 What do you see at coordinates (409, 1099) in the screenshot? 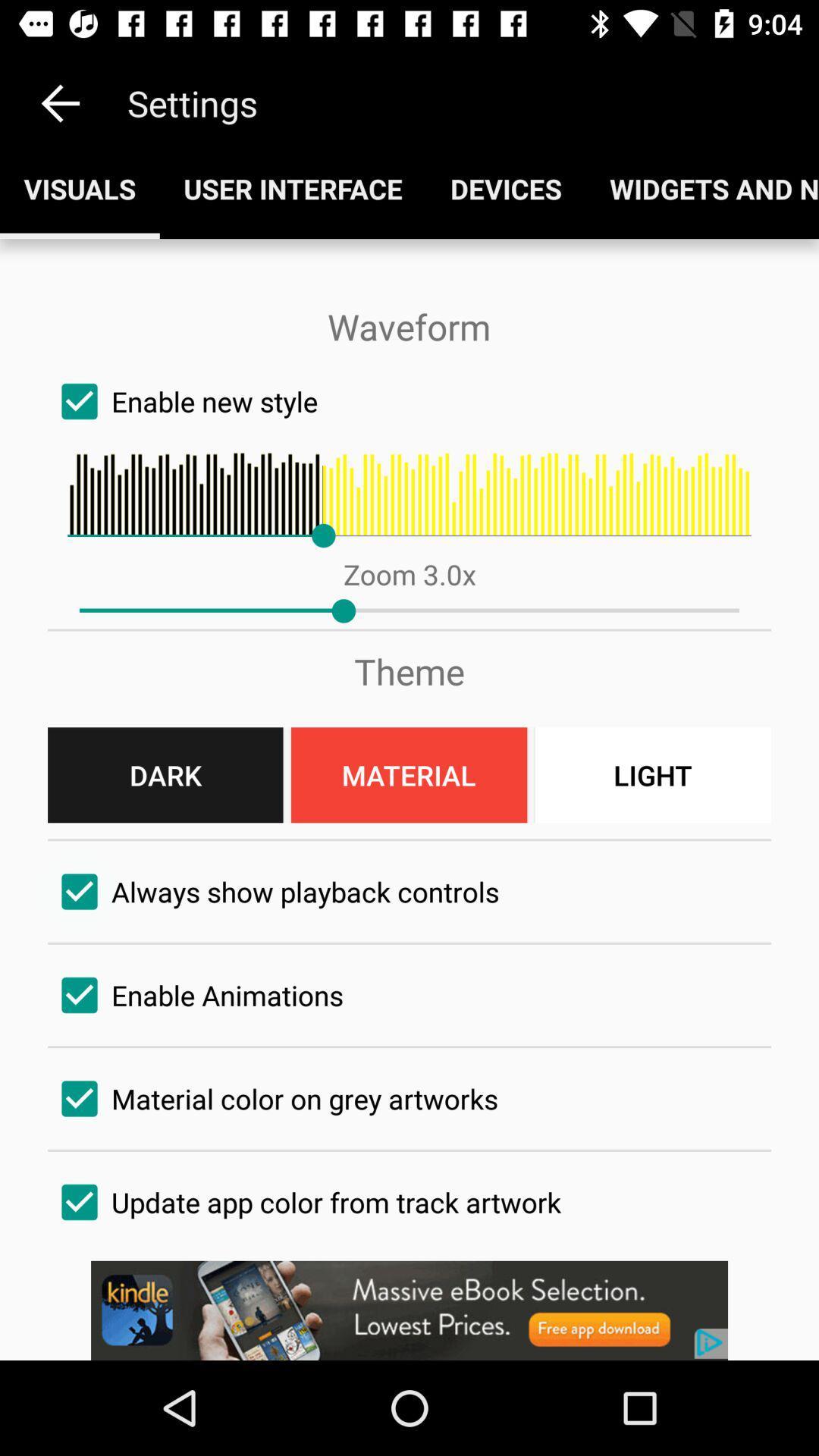
I see `the fourth check box` at bounding box center [409, 1099].